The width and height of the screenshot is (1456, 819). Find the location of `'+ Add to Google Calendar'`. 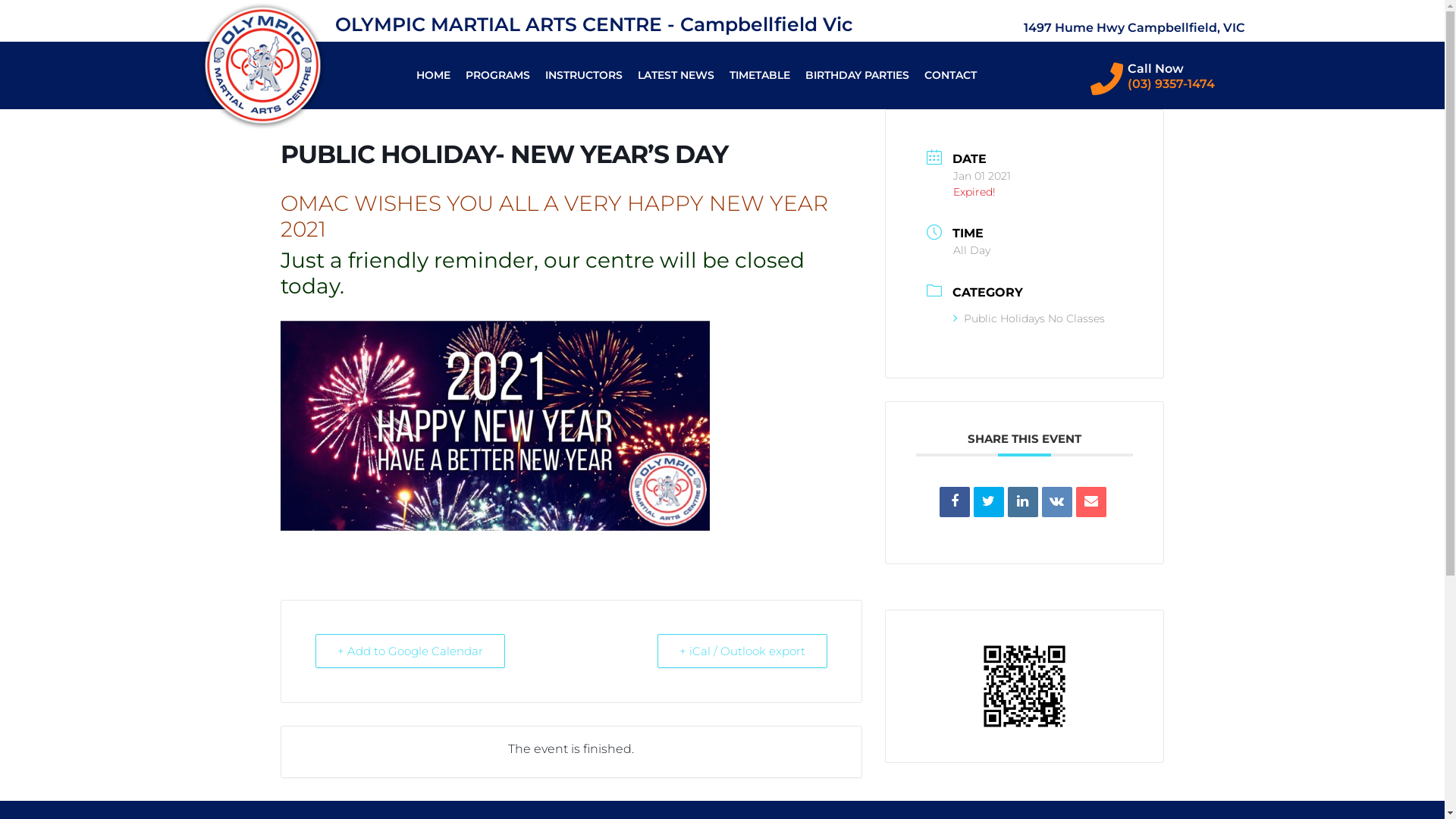

'+ Add to Google Calendar' is located at coordinates (410, 650).